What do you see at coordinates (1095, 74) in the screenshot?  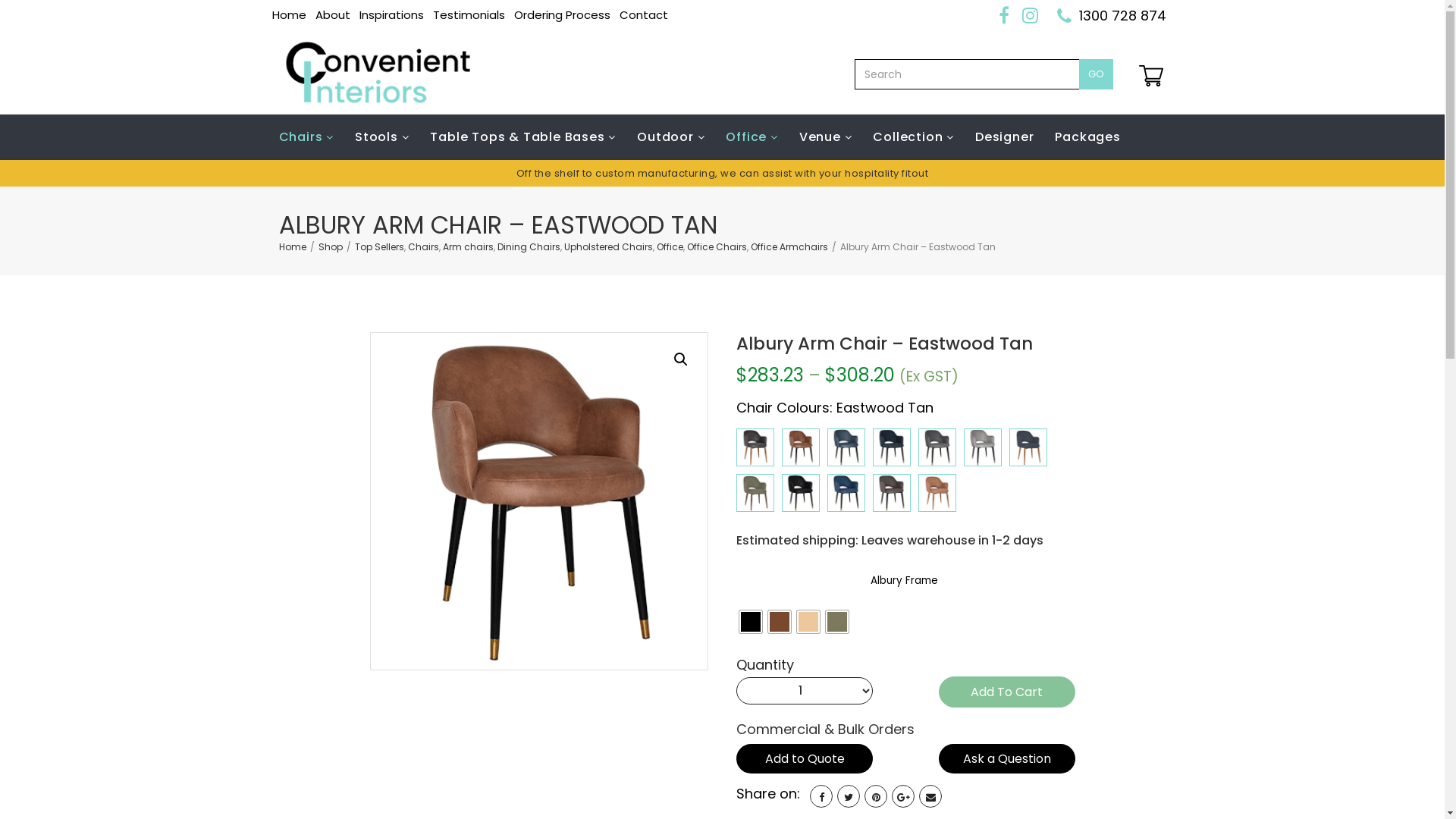 I see `'GO'` at bounding box center [1095, 74].